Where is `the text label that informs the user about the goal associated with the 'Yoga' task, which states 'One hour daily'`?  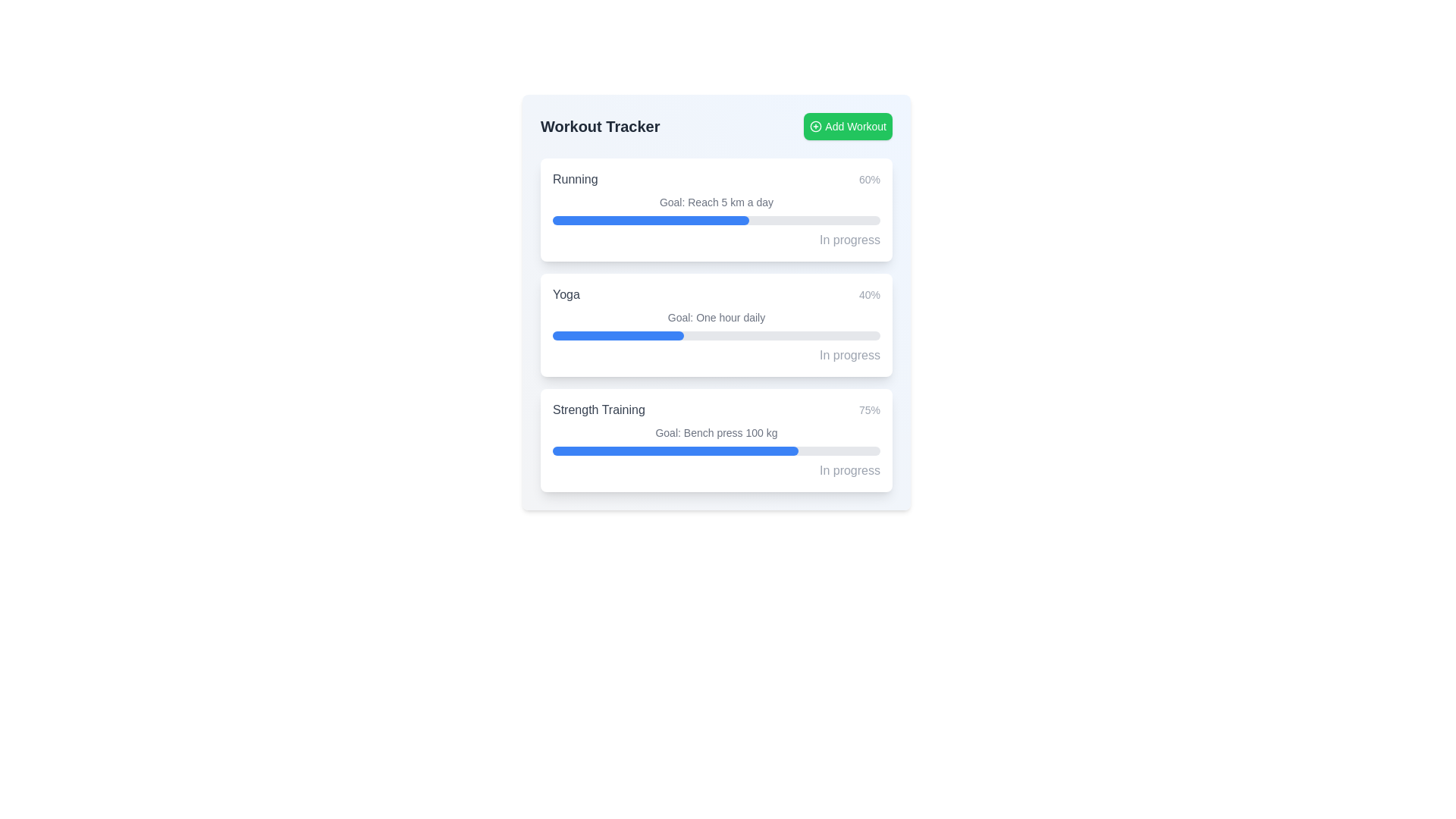 the text label that informs the user about the goal associated with the 'Yoga' task, which states 'One hour daily' is located at coordinates (716, 317).